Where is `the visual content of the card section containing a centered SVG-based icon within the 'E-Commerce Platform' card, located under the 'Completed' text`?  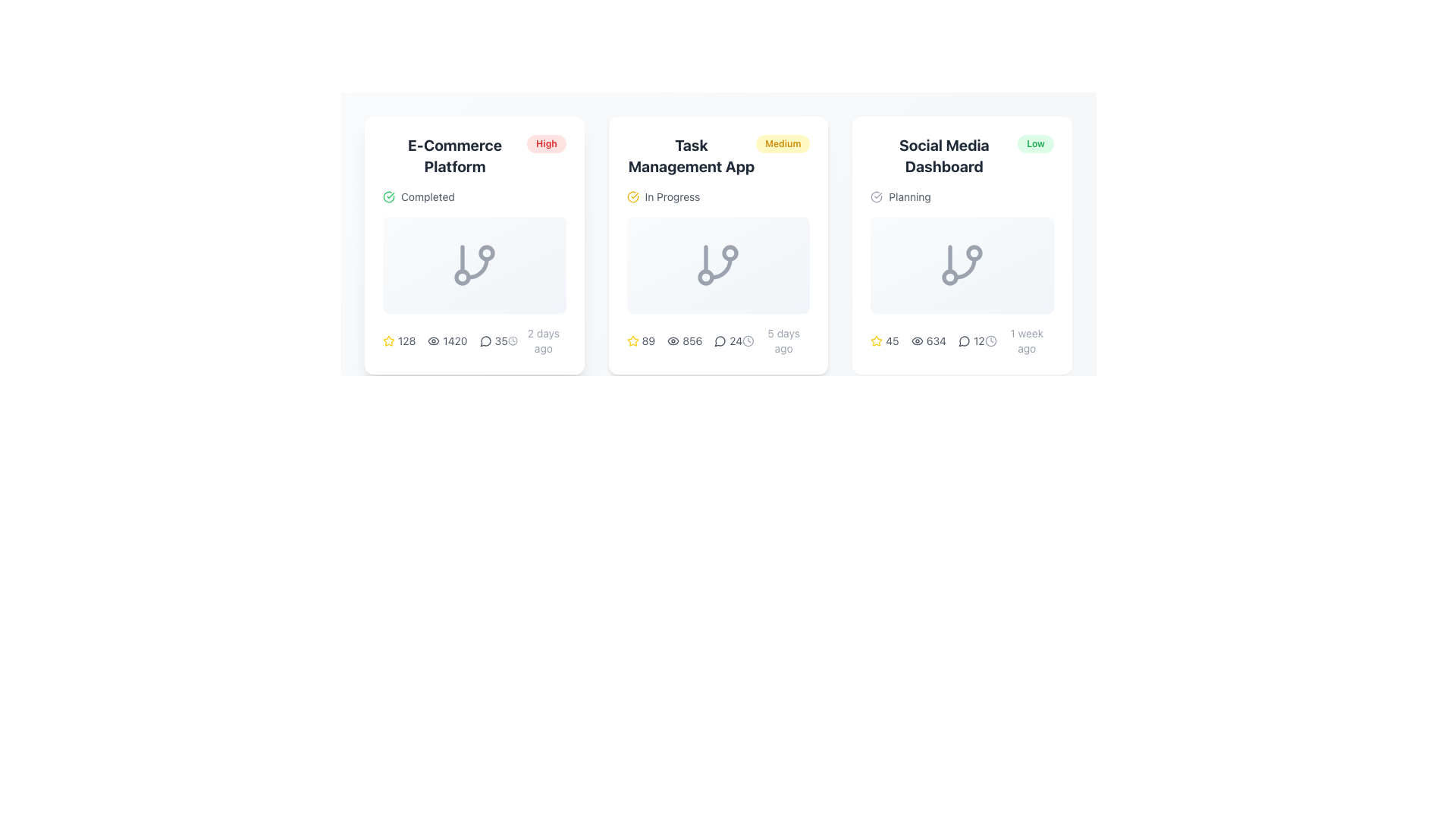
the visual content of the card section containing a centered SVG-based icon within the 'E-Commerce Platform' card, located under the 'Completed' text is located at coordinates (473, 265).